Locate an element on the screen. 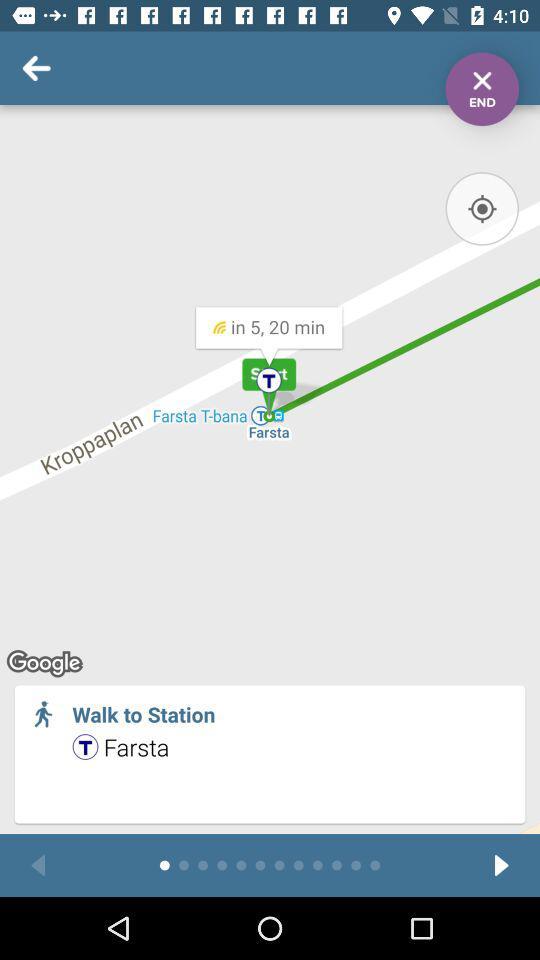 This screenshot has height=960, width=540. the play icon is located at coordinates (500, 864).